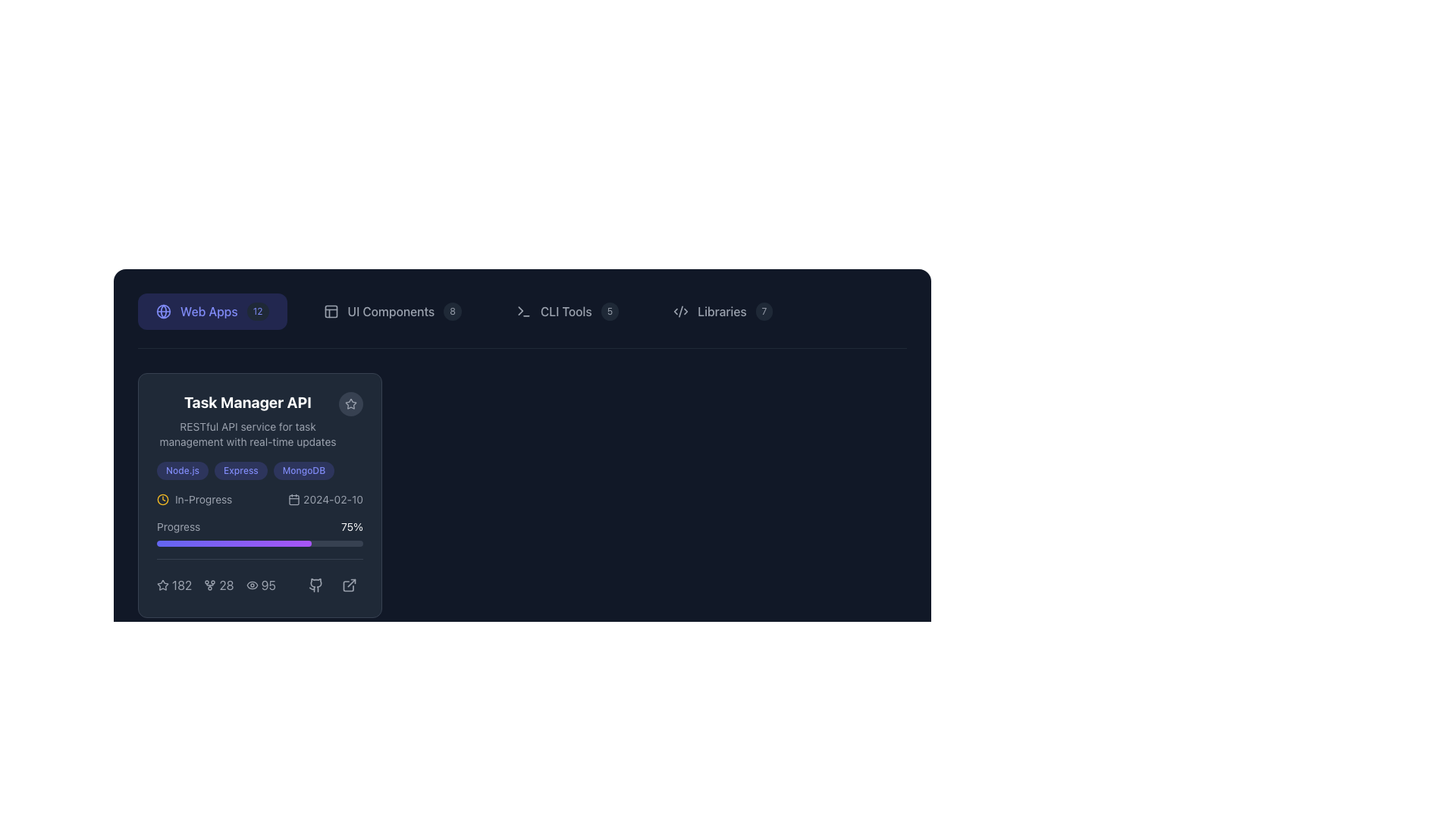 This screenshot has height=819, width=1456. Describe the element at coordinates (208, 311) in the screenshot. I see `the 'Web Apps' text label inside the leftmost button in the top navigation bar` at that location.